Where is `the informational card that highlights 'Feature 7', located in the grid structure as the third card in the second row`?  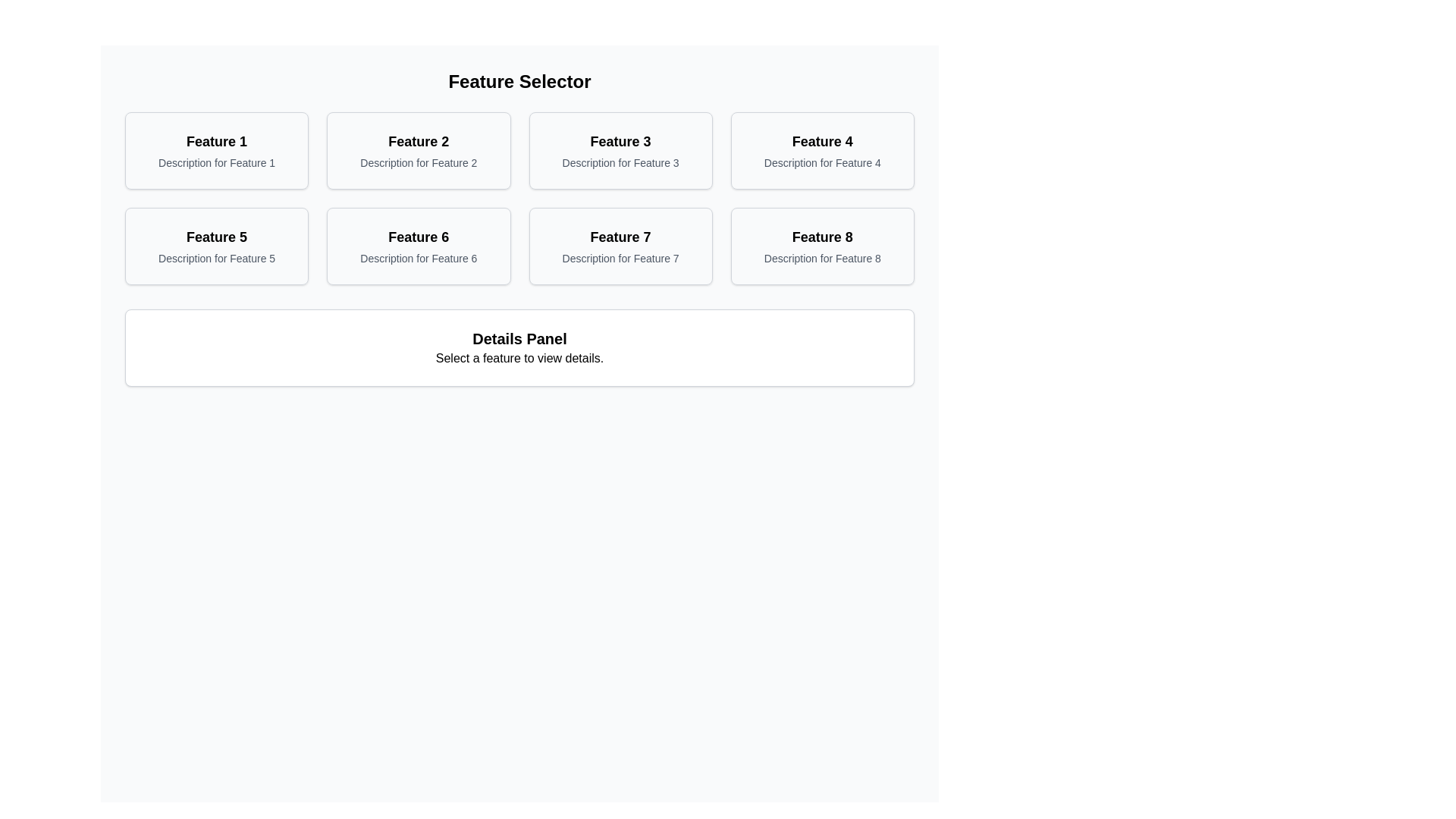 the informational card that highlights 'Feature 7', located in the grid structure as the third card in the second row is located at coordinates (620, 245).